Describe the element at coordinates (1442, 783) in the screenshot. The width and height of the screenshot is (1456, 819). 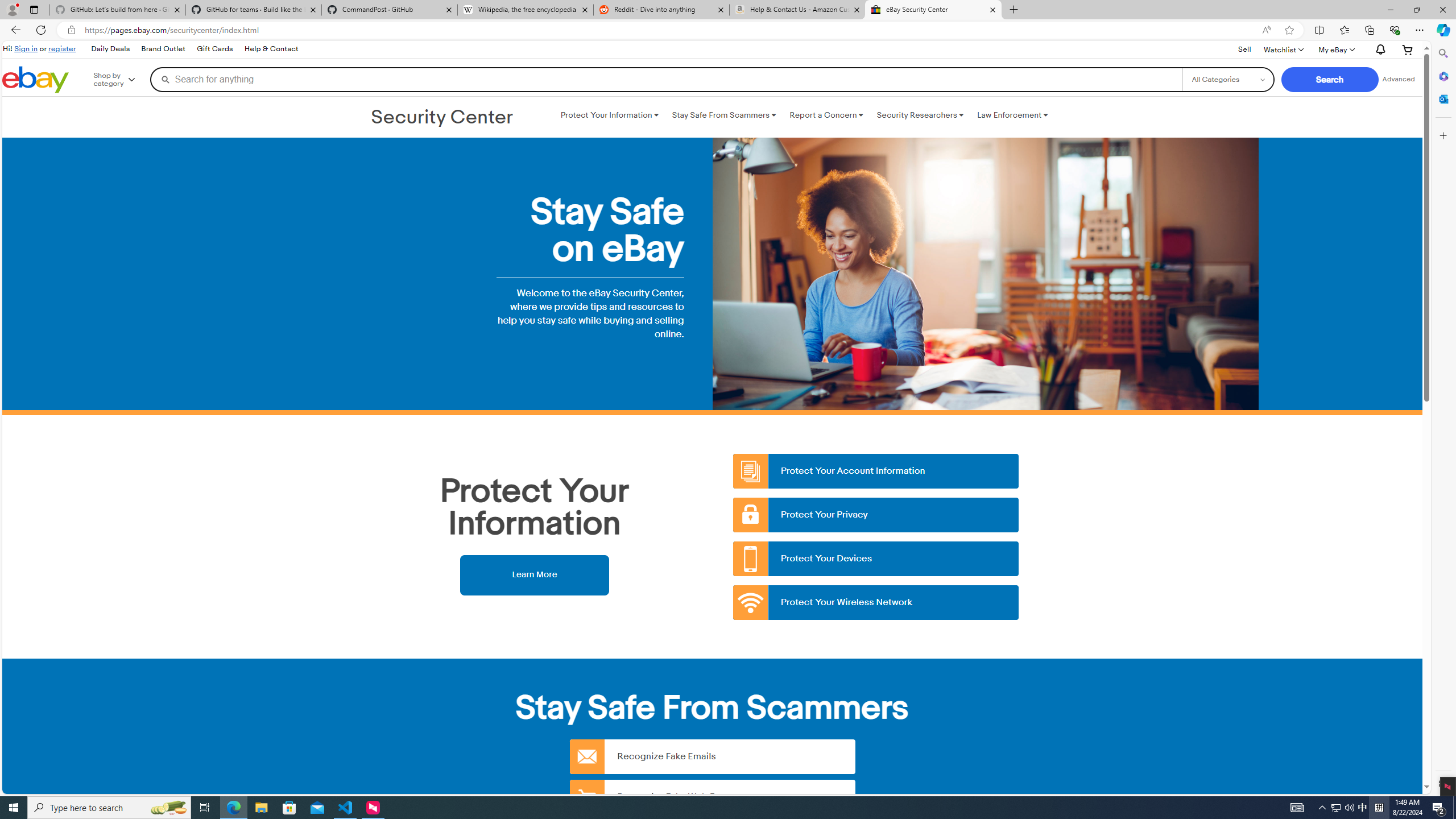
I see `'Settings'` at that location.